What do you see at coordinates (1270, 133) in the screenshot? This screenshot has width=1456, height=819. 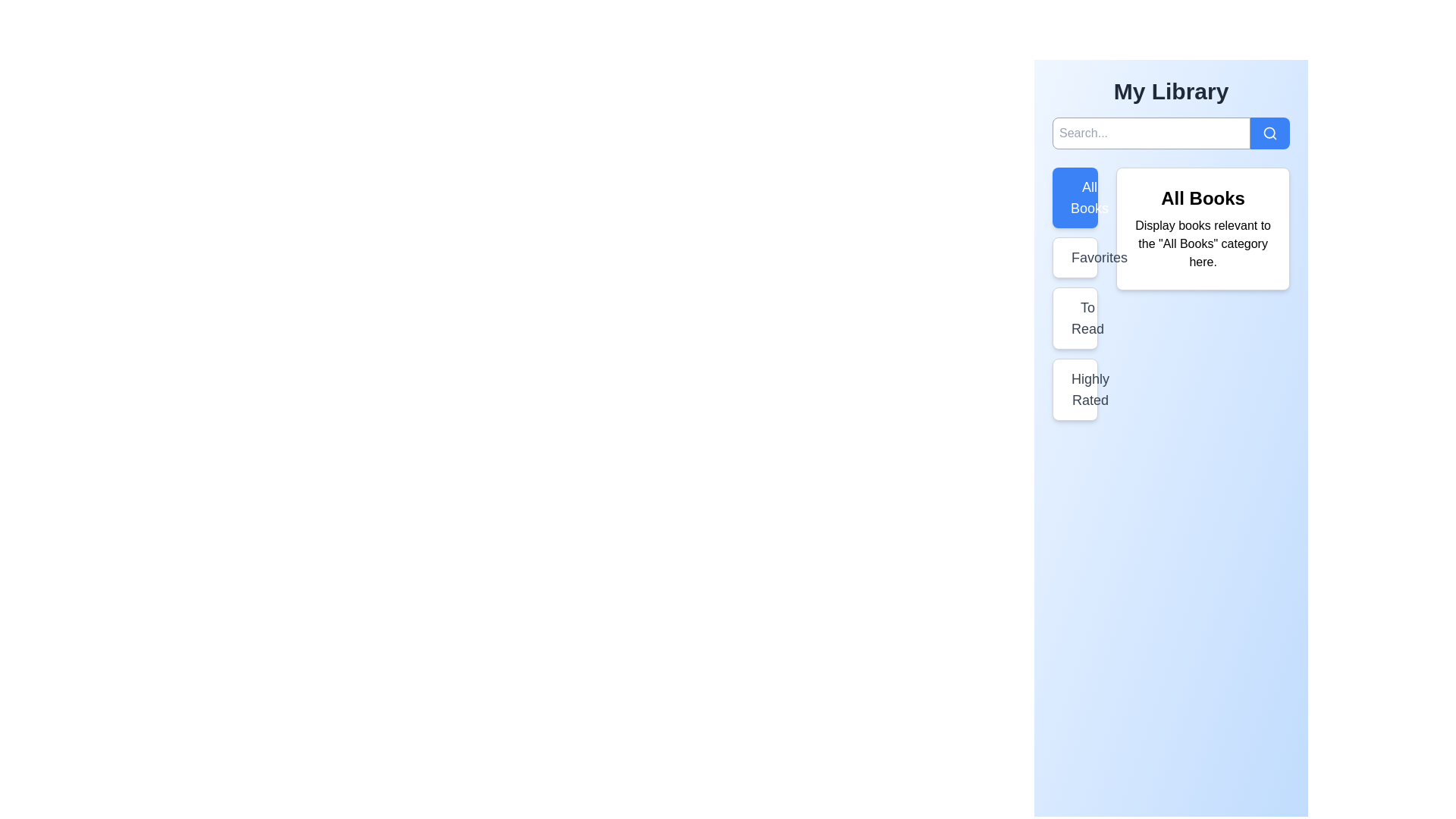 I see `the blue rectangular button with rounded right corners and a white magnifying glass icon to initiate a search` at bounding box center [1270, 133].